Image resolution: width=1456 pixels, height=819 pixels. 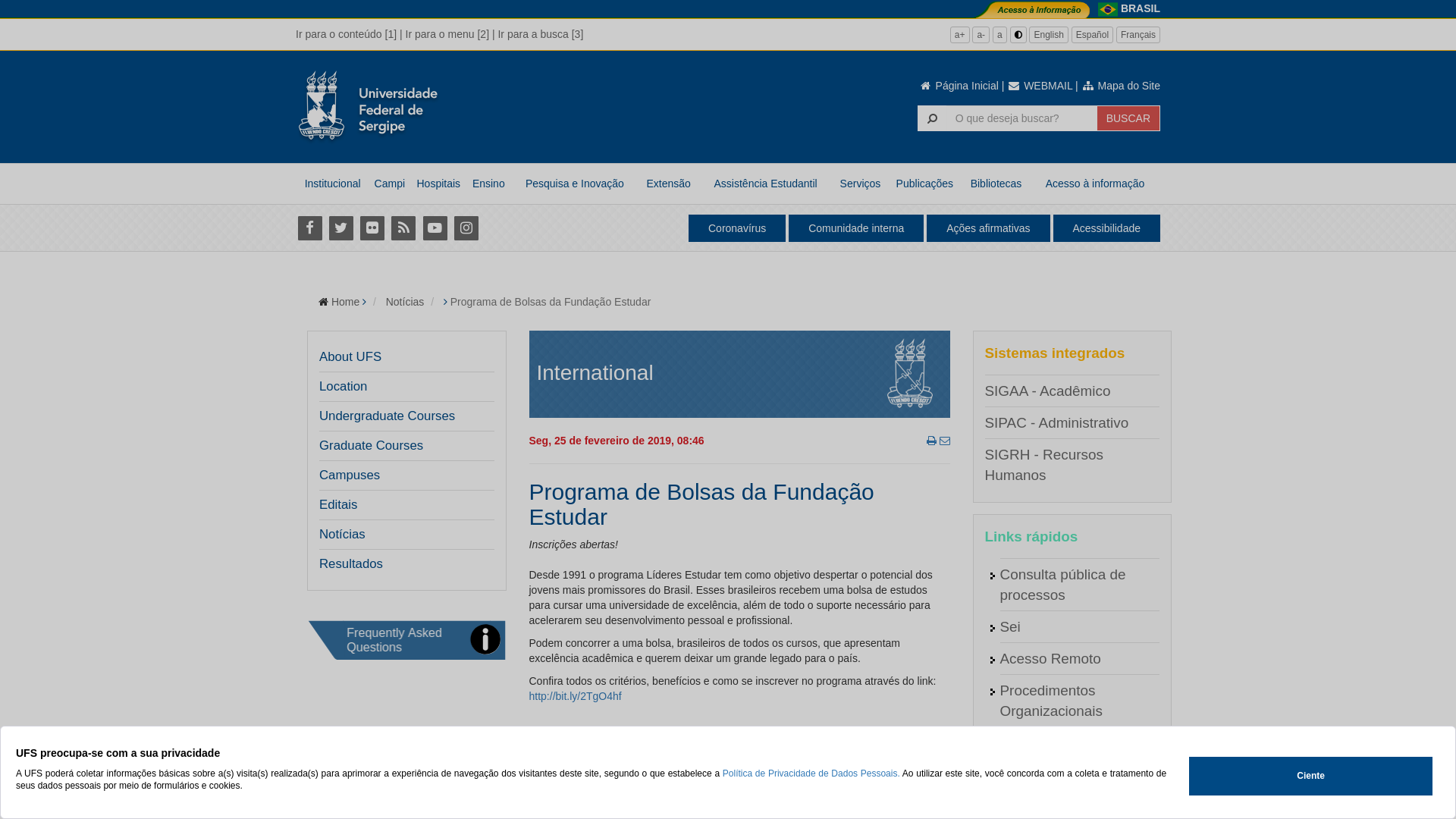 I want to click on 'Procedimentos Organizacionais', so click(x=1050, y=701).